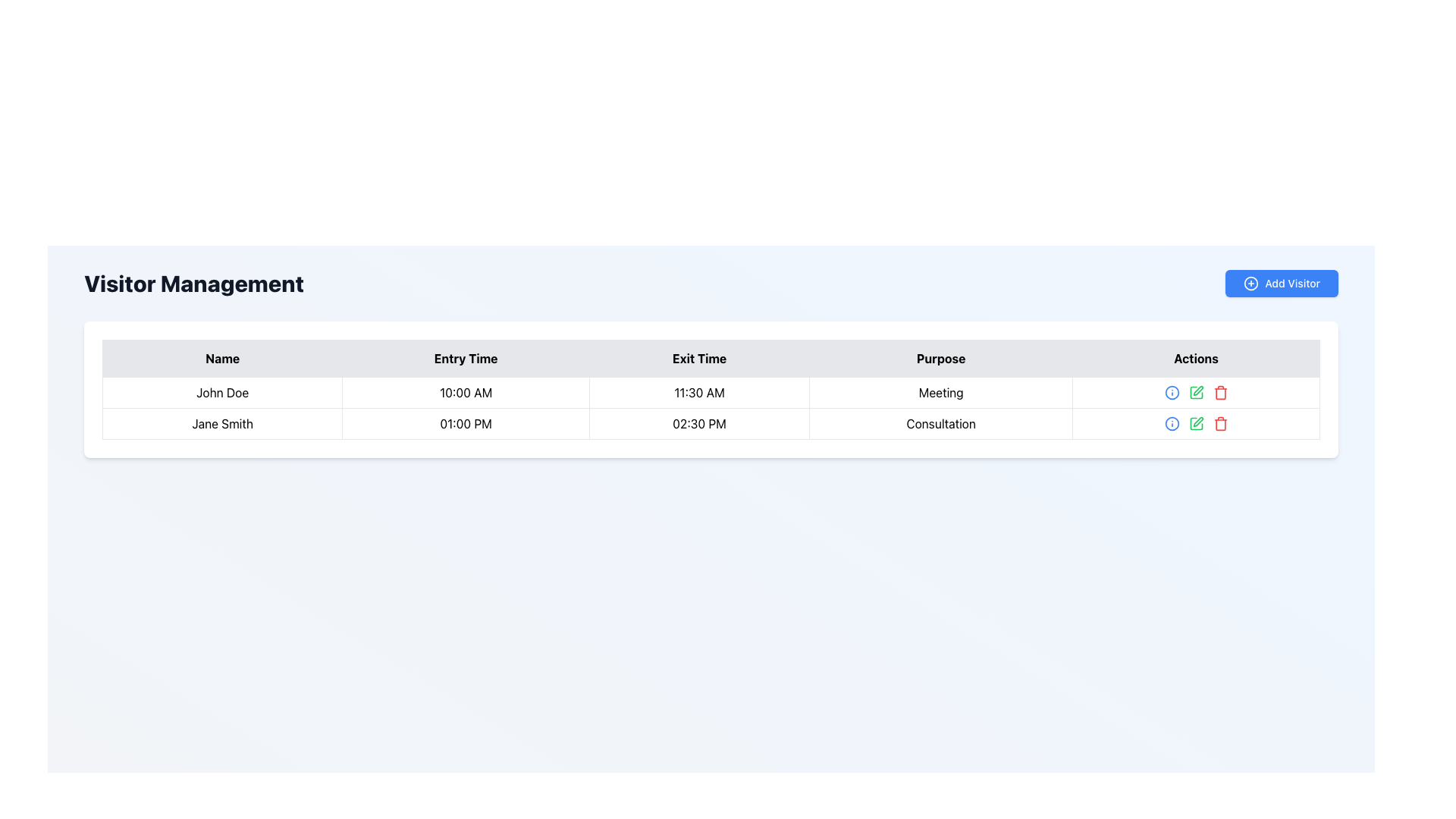  I want to click on the green edit icon in the interactive icons group located in the rightmost cell of the second row of the 'Visitor Management' table, corresponding to the 'Consultation' purpose, so click(1195, 424).